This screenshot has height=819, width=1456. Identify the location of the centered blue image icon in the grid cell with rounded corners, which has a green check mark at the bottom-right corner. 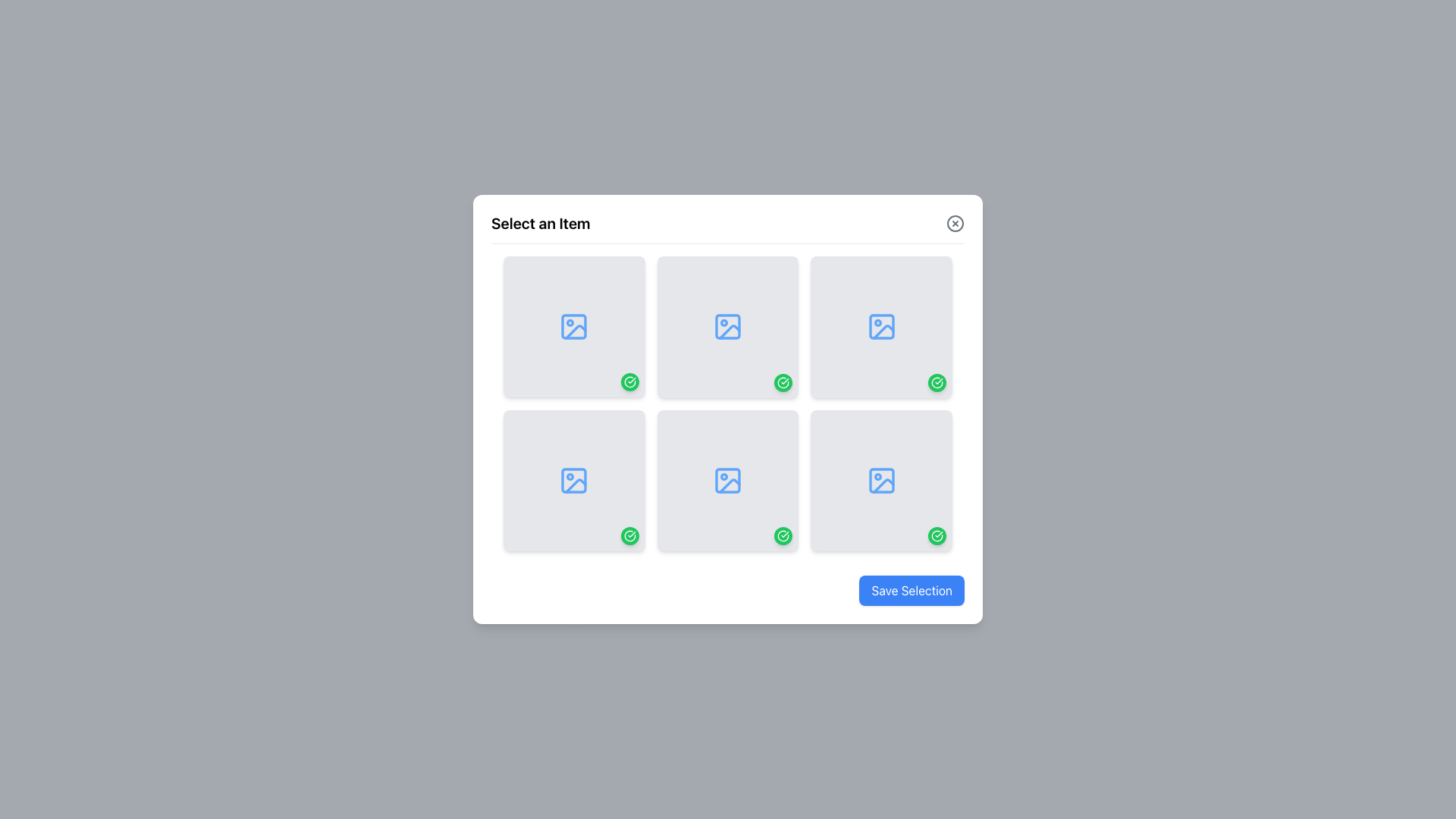
(728, 326).